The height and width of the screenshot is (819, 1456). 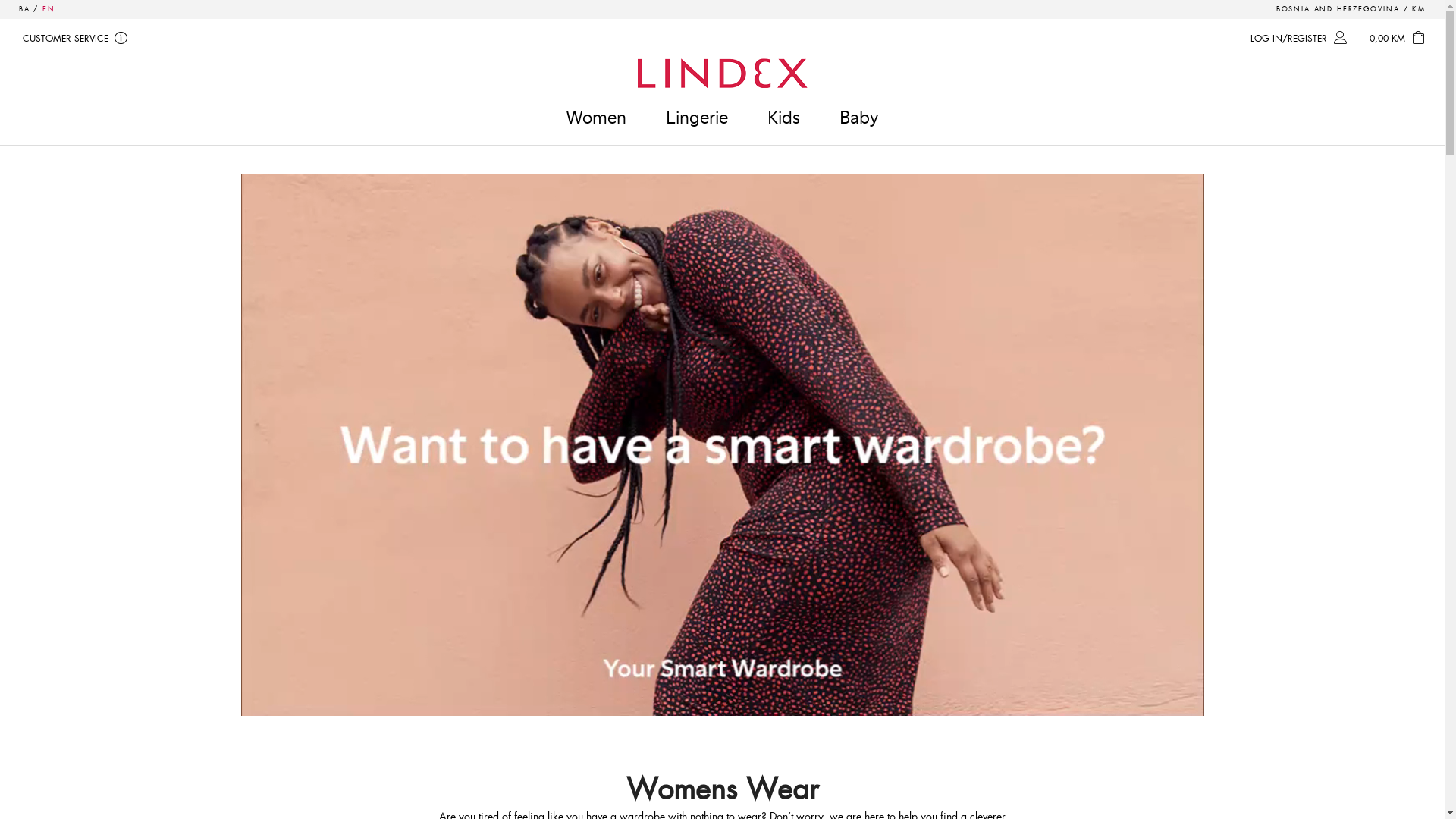 What do you see at coordinates (858, 116) in the screenshot?
I see `'Baby'` at bounding box center [858, 116].